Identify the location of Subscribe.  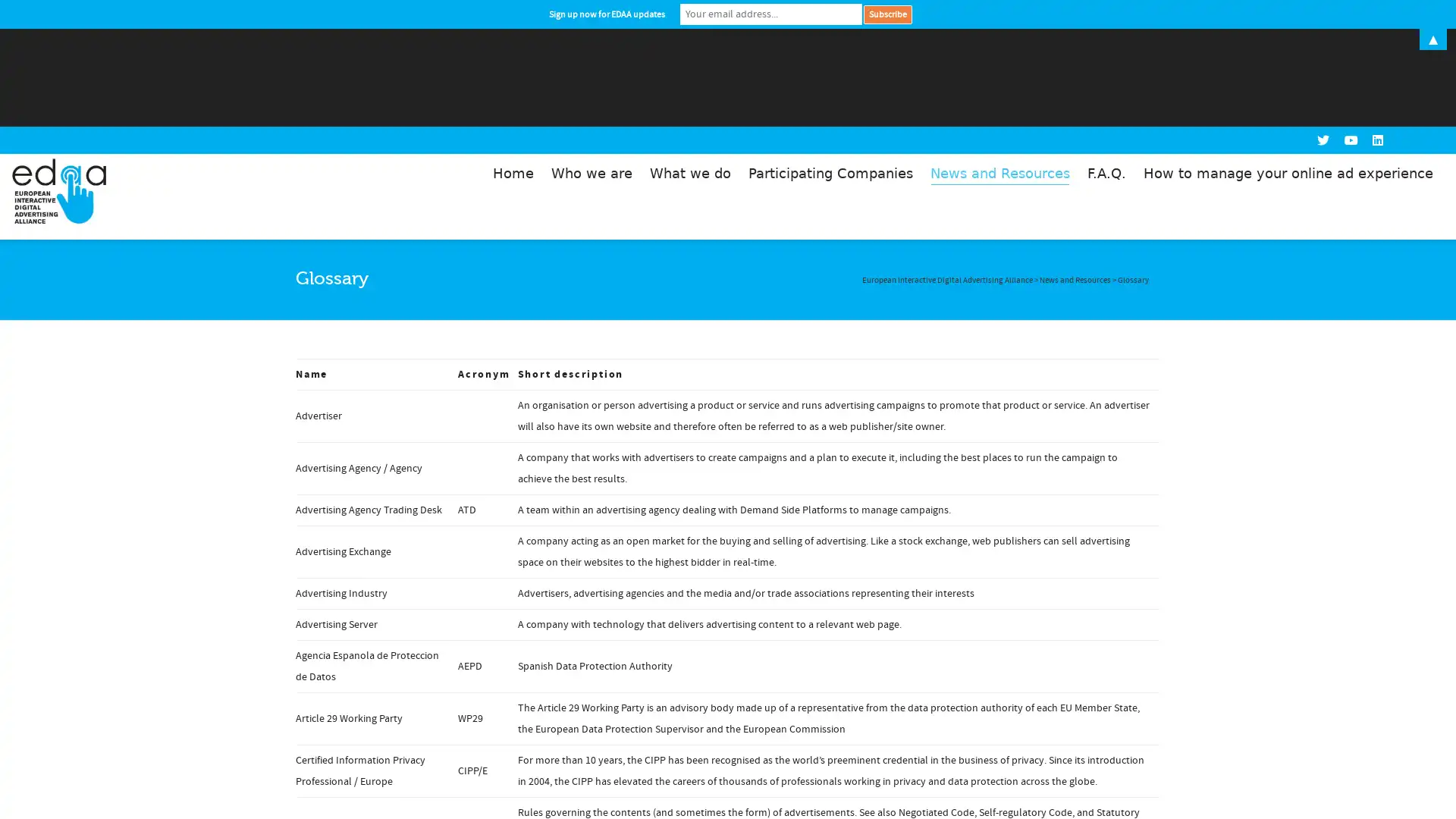
(887, 14).